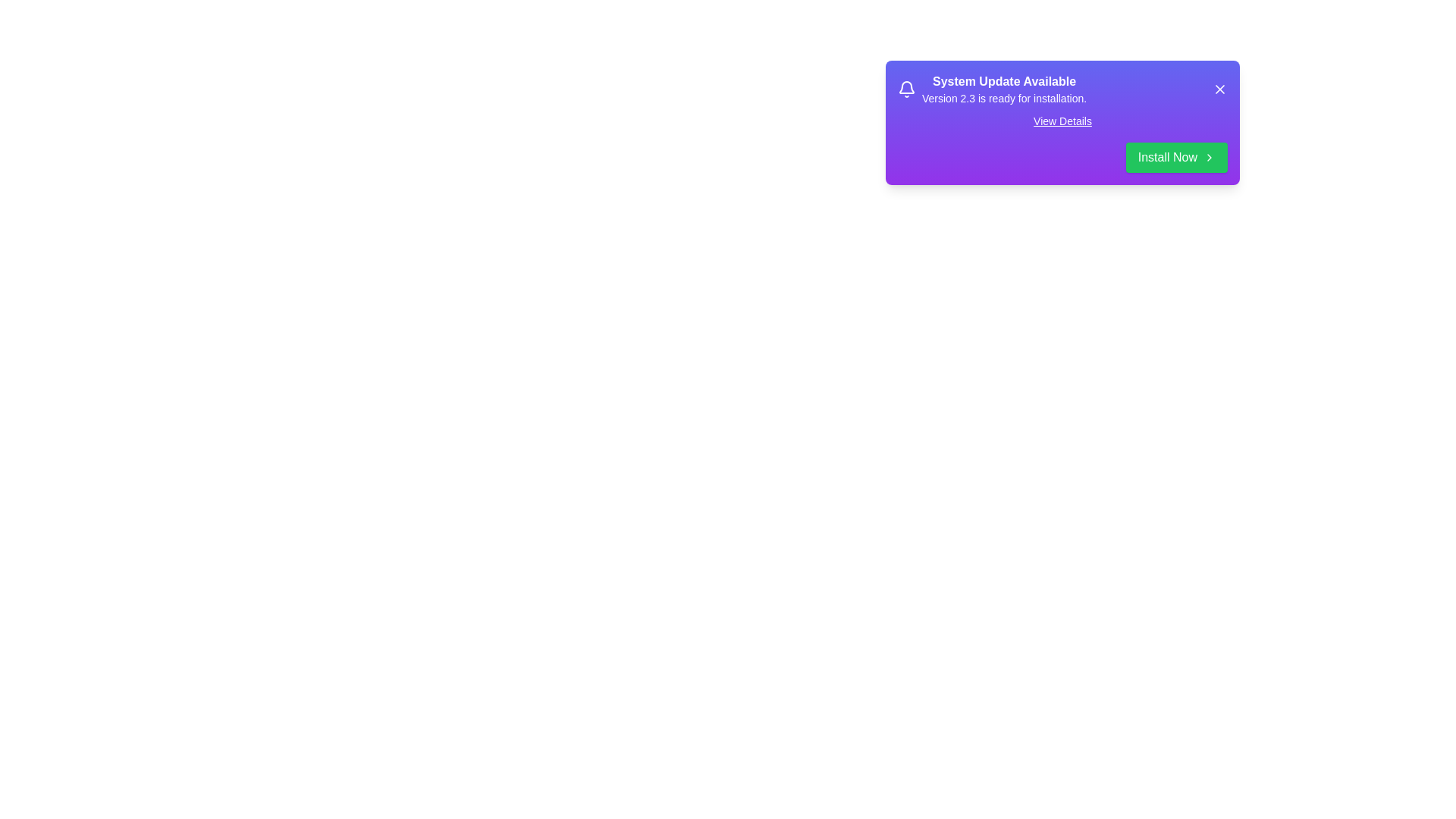 The width and height of the screenshot is (1456, 819). I want to click on 'View Details' button to toggle details visibility, so click(1062, 120).